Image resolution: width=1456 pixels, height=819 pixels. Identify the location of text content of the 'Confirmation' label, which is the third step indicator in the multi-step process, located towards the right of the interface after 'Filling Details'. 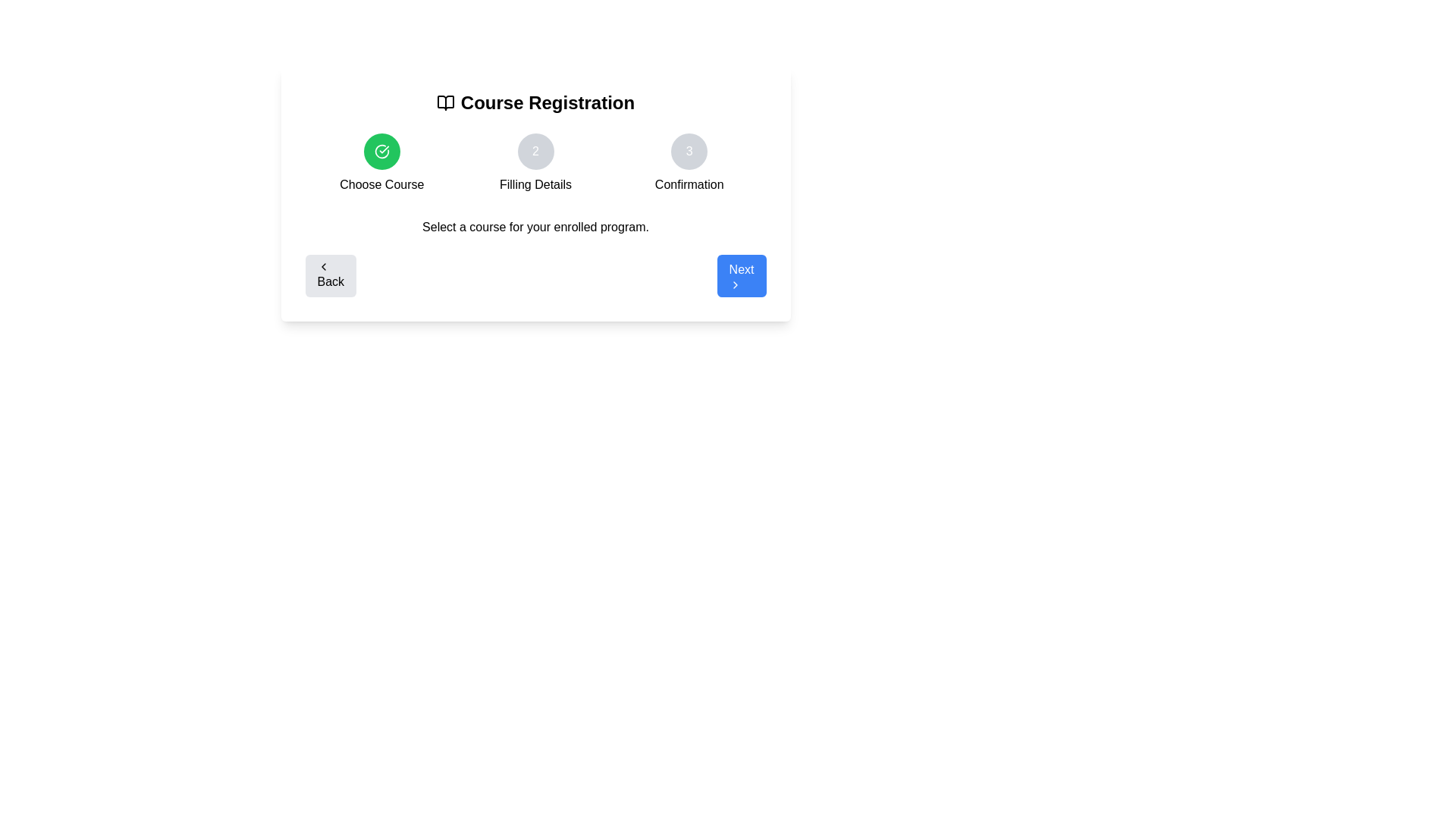
(689, 184).